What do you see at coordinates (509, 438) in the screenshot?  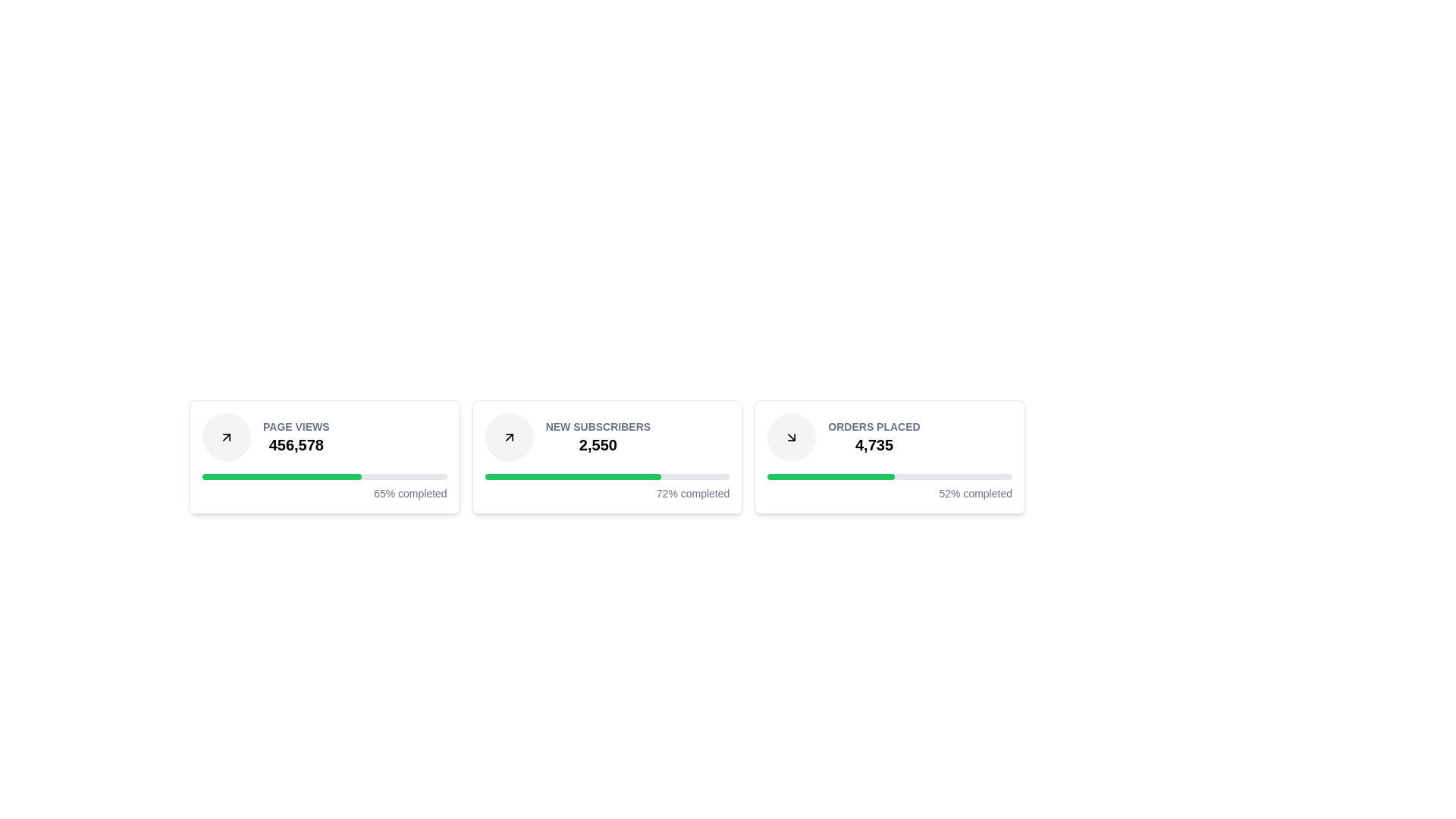 I see `the arrow icon pointing diagonally upward located in the circular background on the left side of the 'PAGE VIEWS' card` at bounding box center [509, 438].